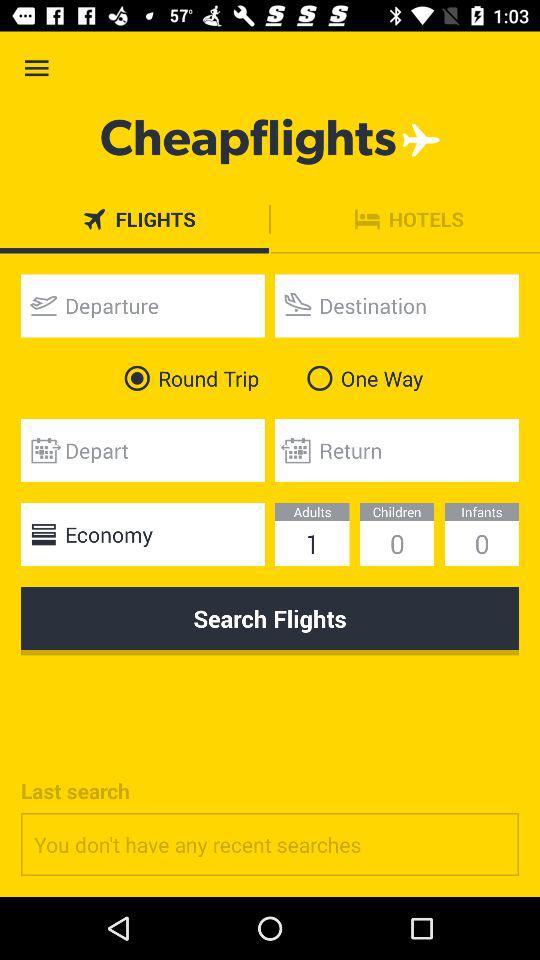 The image size is (540, 960). What do you see at coordinates (187, 377) in the screenshot?
I see `item next to the one way item` at bounding box center [187, 377].